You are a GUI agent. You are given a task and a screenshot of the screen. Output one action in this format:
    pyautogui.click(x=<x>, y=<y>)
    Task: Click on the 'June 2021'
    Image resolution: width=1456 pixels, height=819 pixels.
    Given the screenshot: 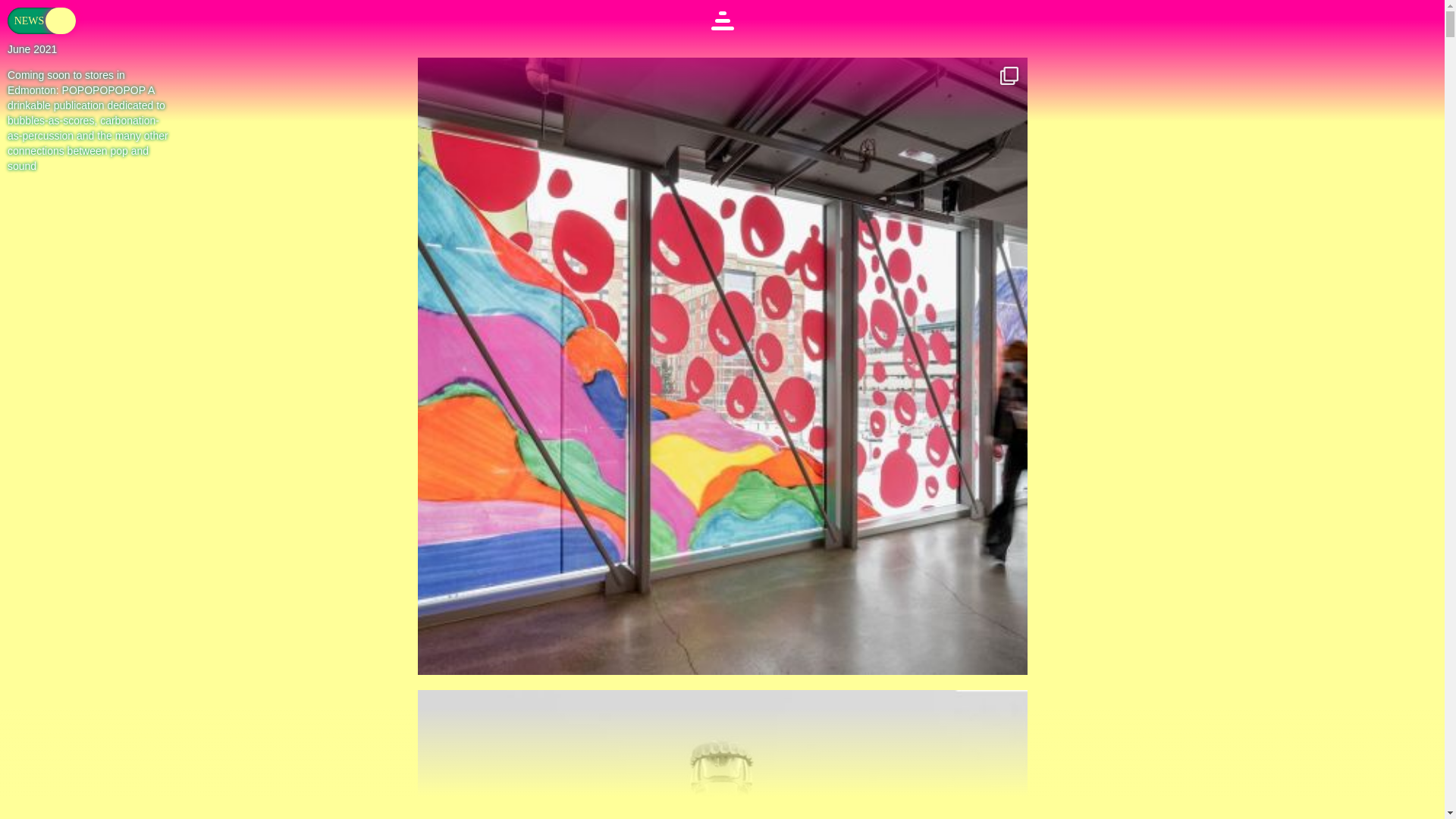 What is the action you would take?
    pyautogui.click(x=7, y=49)
    